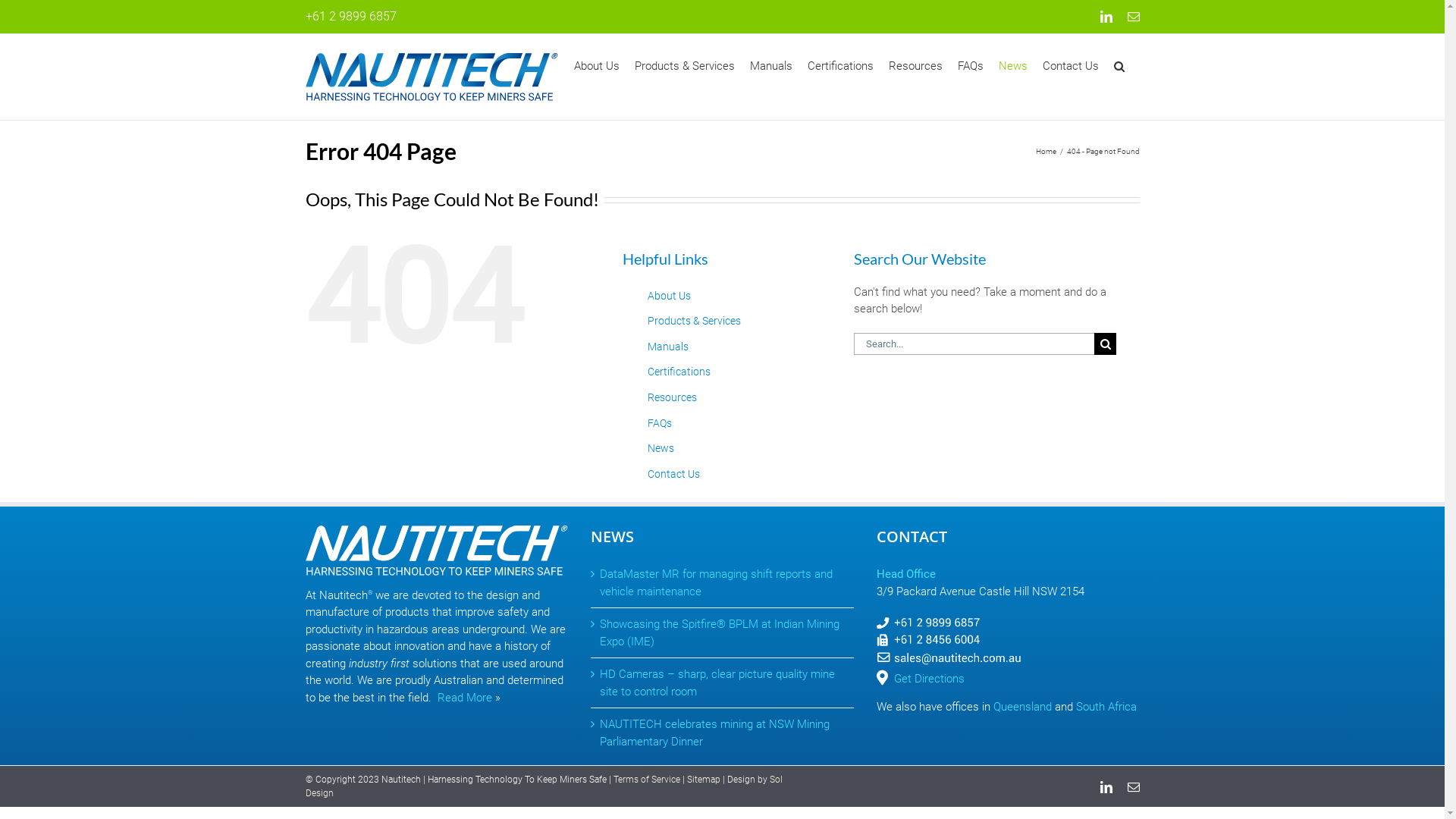  What do you see at coordinates (648, 371) in the screenshot?
I see `'Certifications'` at bounding box center [648, 371].